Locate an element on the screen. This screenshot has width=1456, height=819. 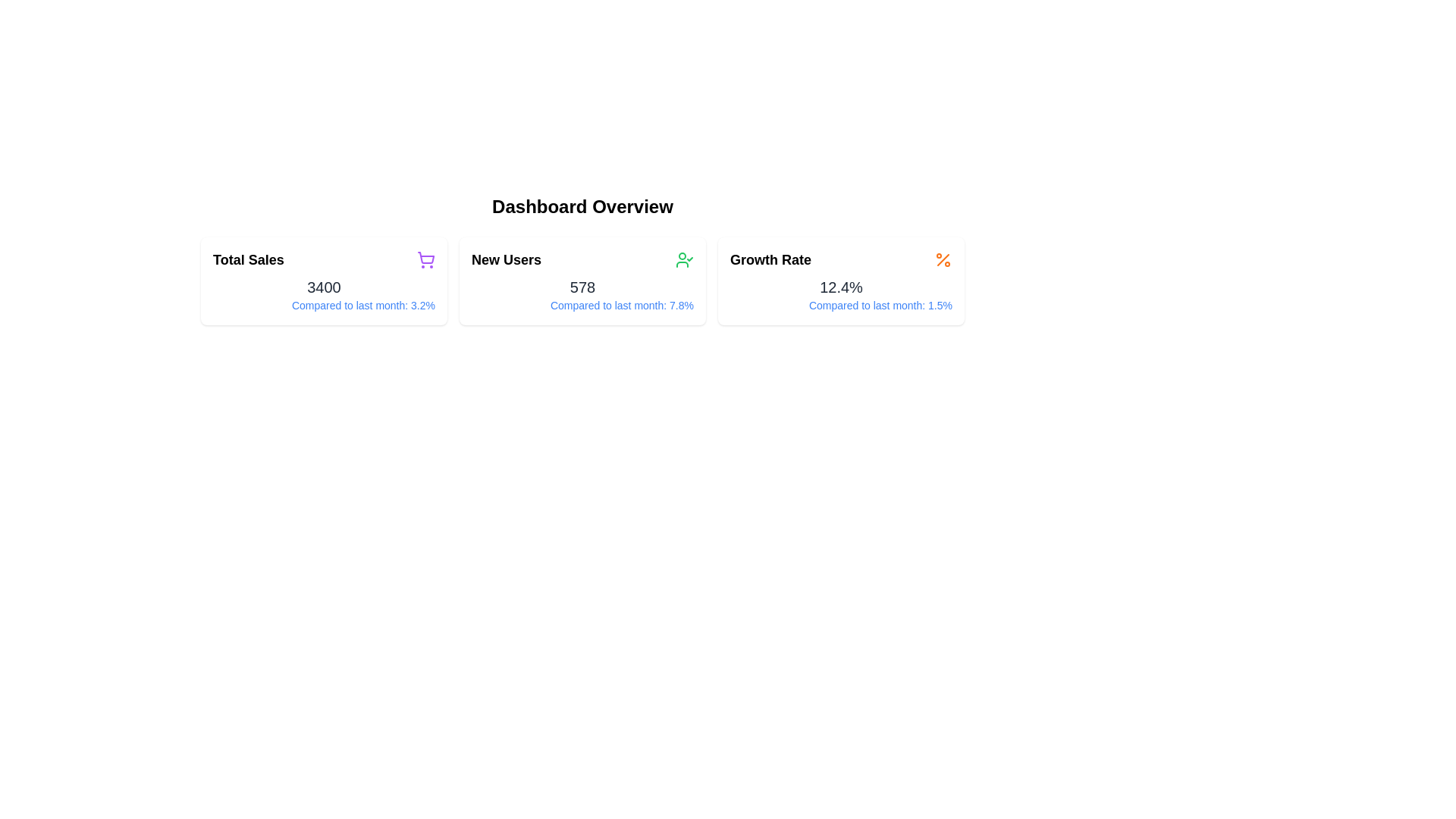
the purple shopping cart icon located on the 'Total Sales' card, which is the leftmost card in a row of three cards on the dashboard is located at coordinates (425, 259).